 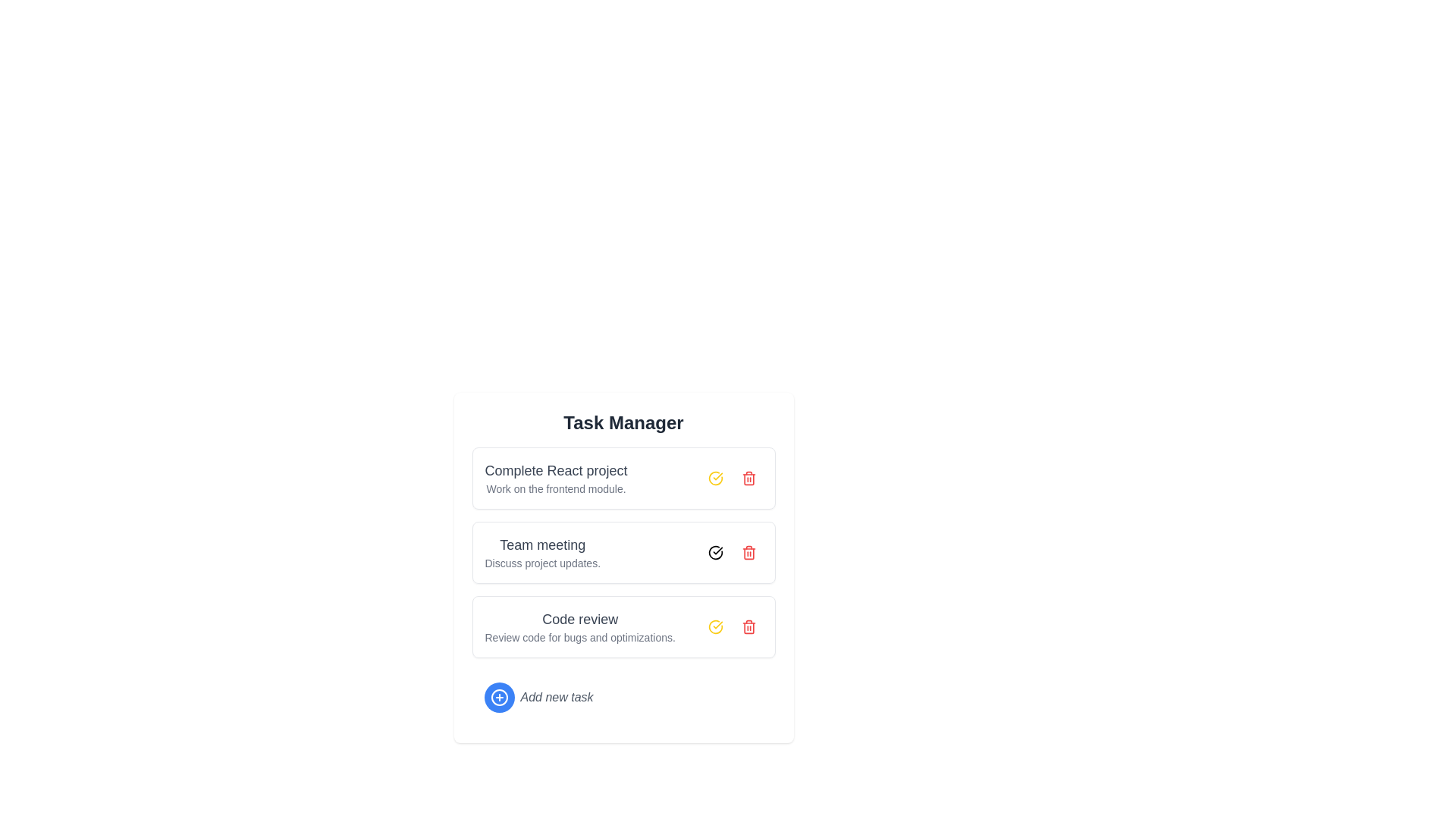 What do you see at coordinates (714, 553) in the screenshot?
I see `the progress indicator icon located to the right of the 'Team meeting' task` at bounding box center [714, 553].